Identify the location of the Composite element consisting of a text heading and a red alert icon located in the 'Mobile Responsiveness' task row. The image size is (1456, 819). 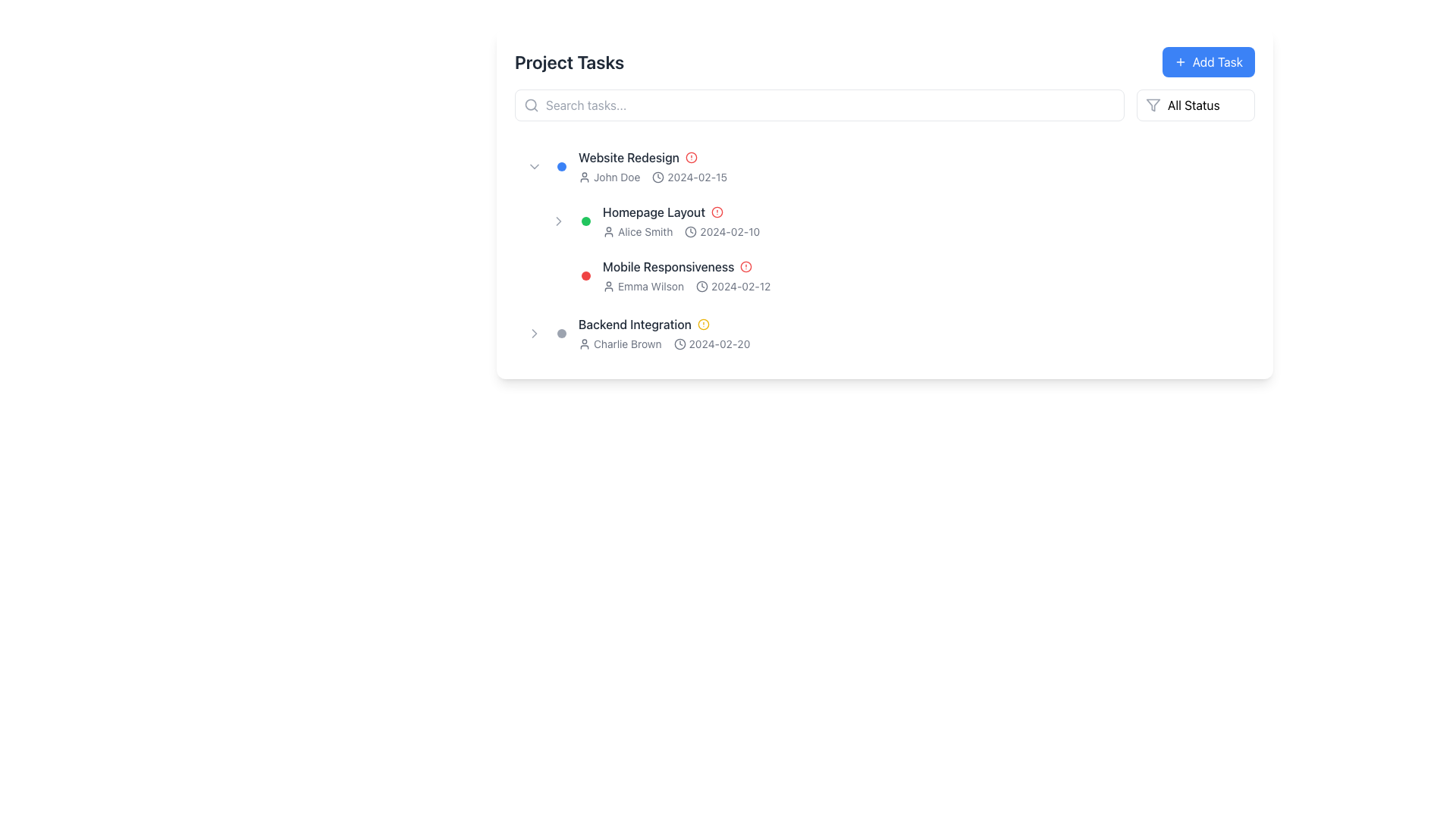
(924, 265).